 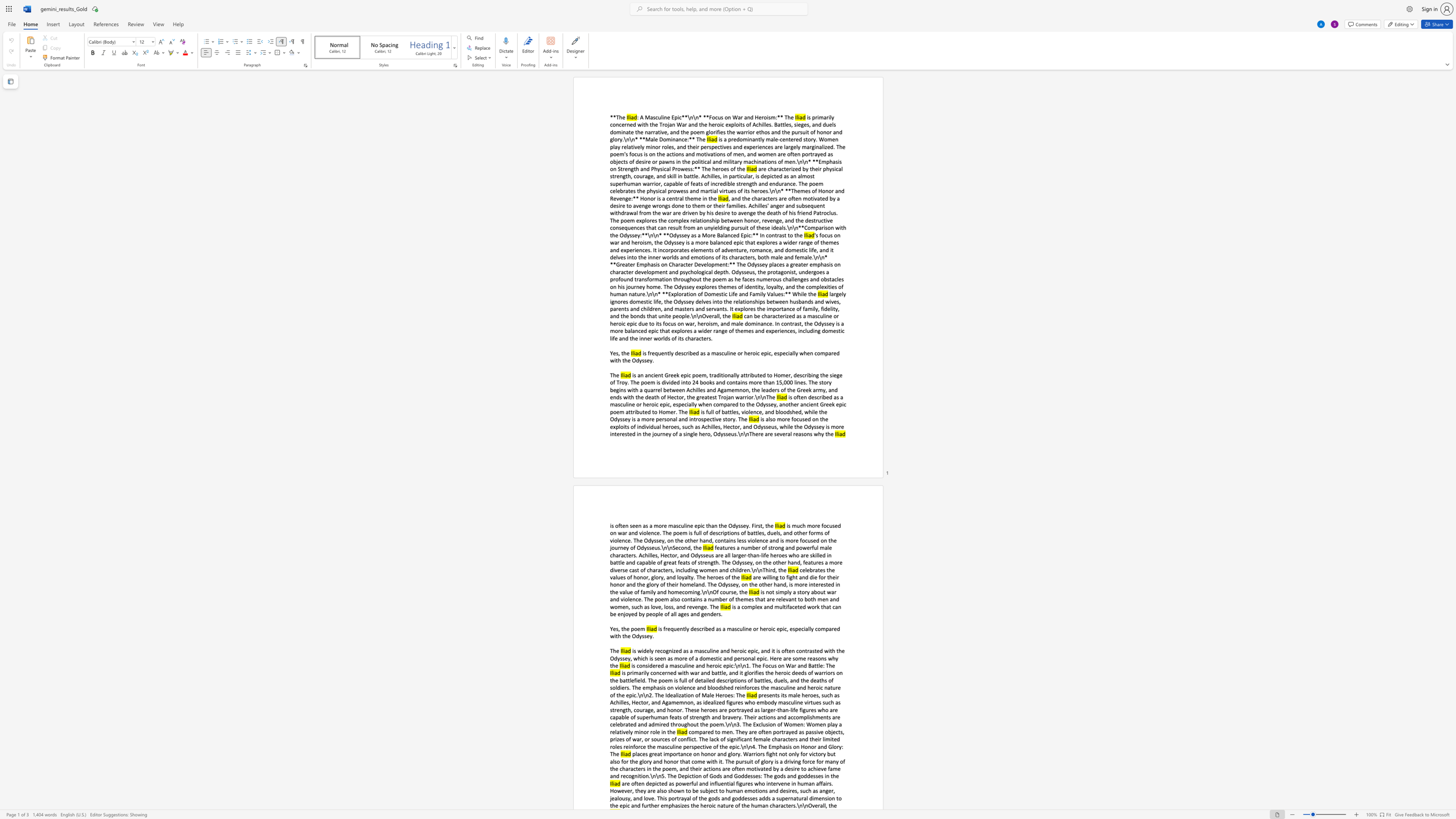 I want to click on the subset text "nor an" within the text "compared to men. They are often portrayed as passive objects, prizes of war, or sources of conflict. The lack of significant female characters and their limited roles reinforce the masculine perspective of the epic.\n\n4. The Emphasis on Honor and Glory: The", so click(x=807, y=746).